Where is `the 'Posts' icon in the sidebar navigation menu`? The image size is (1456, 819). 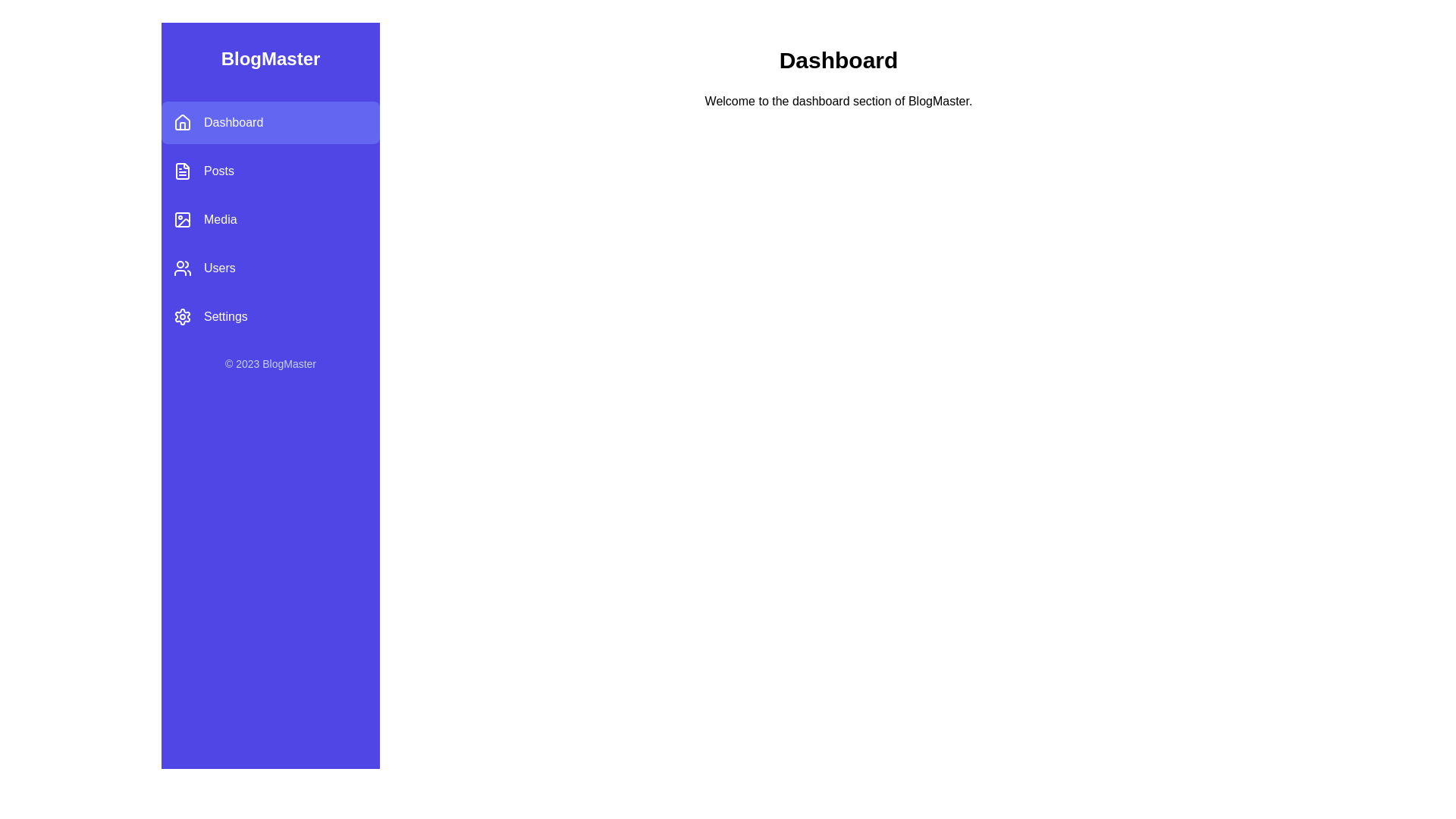 the 'Posts' icon in the sidebar navigation menu is located at coordinates (182, 171).